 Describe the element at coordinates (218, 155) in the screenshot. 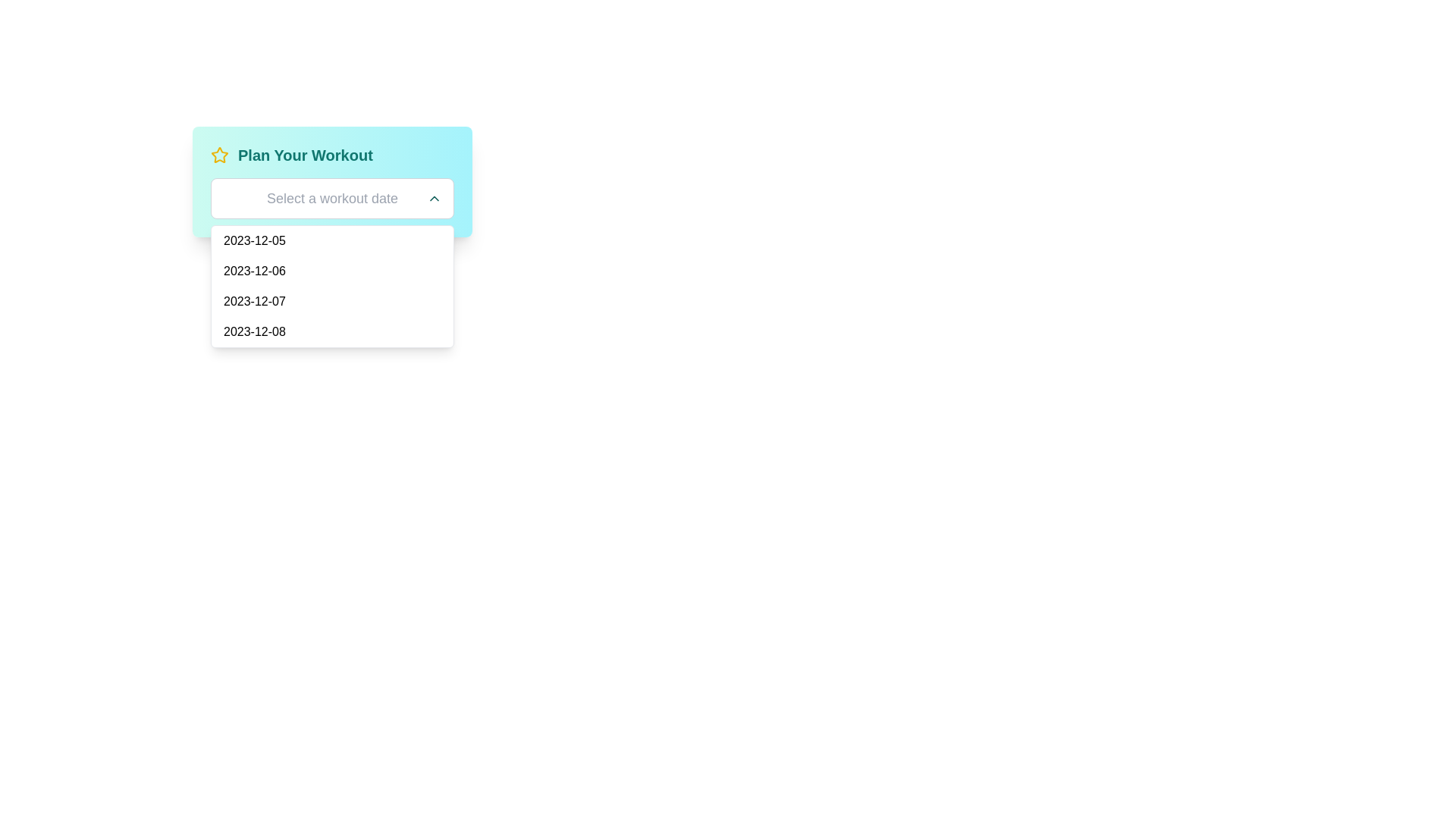

I see `the star icon that indicates importance for the text 'Plan Your Workout', positioned to the left of the text` at that location.